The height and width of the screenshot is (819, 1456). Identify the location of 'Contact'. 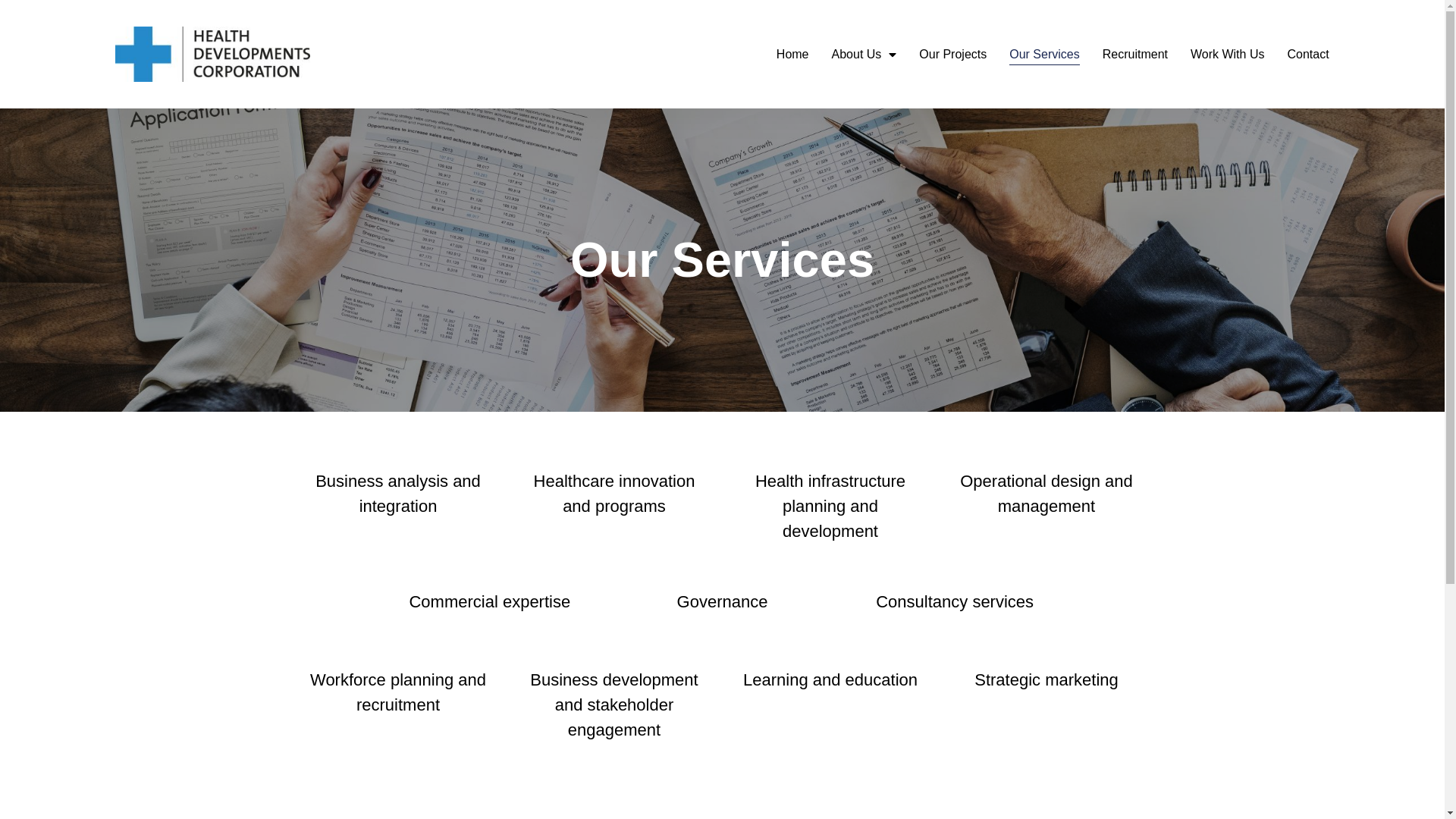
(1307, 54).